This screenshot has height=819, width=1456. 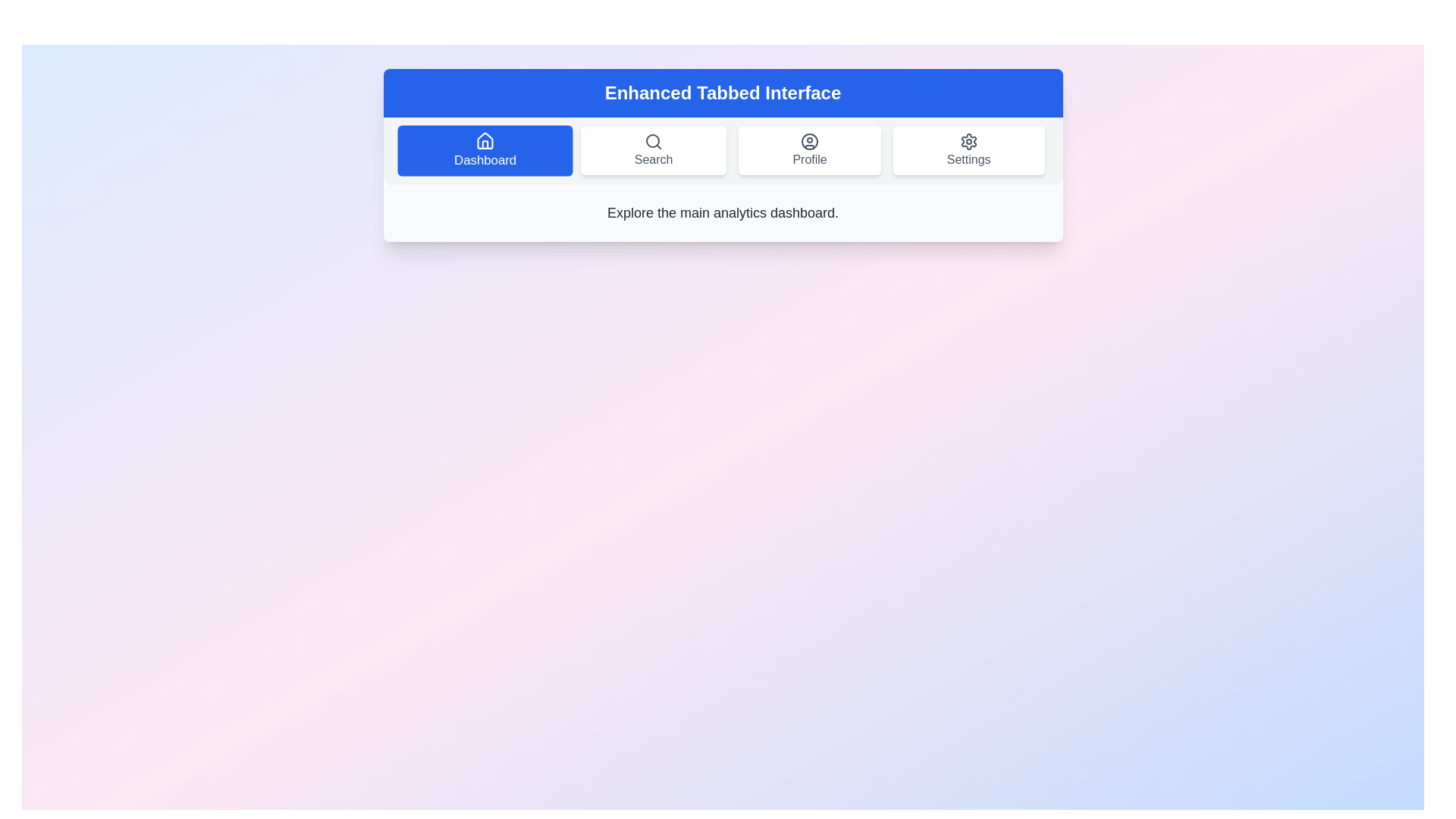 What do you see at coordinates (722, 155) in the screenshot?
I see `the tab in the Enhanced Tabbed Interface` at bounding box center [722, 155].